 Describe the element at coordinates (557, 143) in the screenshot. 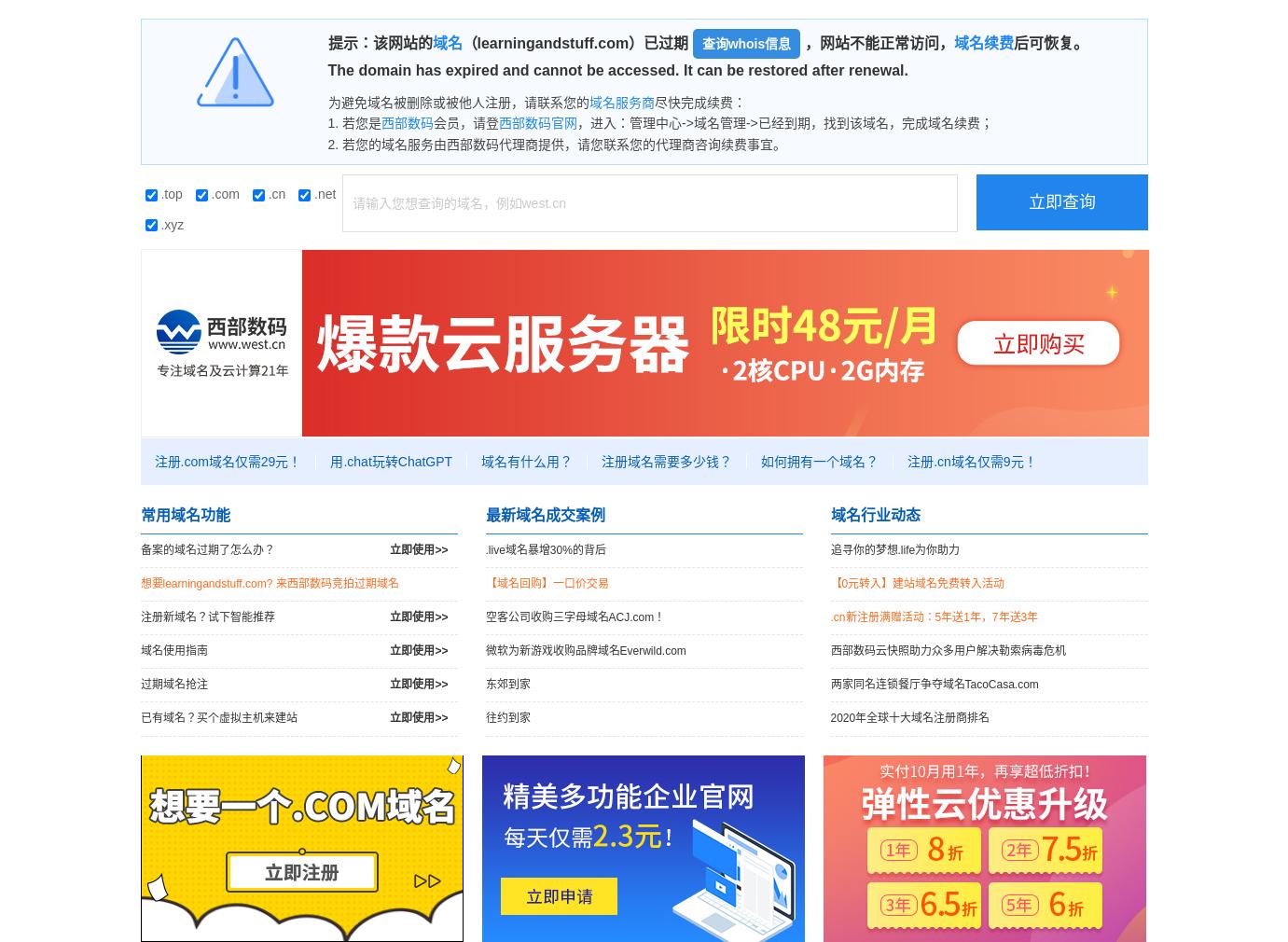

I see `'2. 若您的域名服务由西部数码代理商提供，请您联系您的代理商咨询续费事宜。'` at that location.